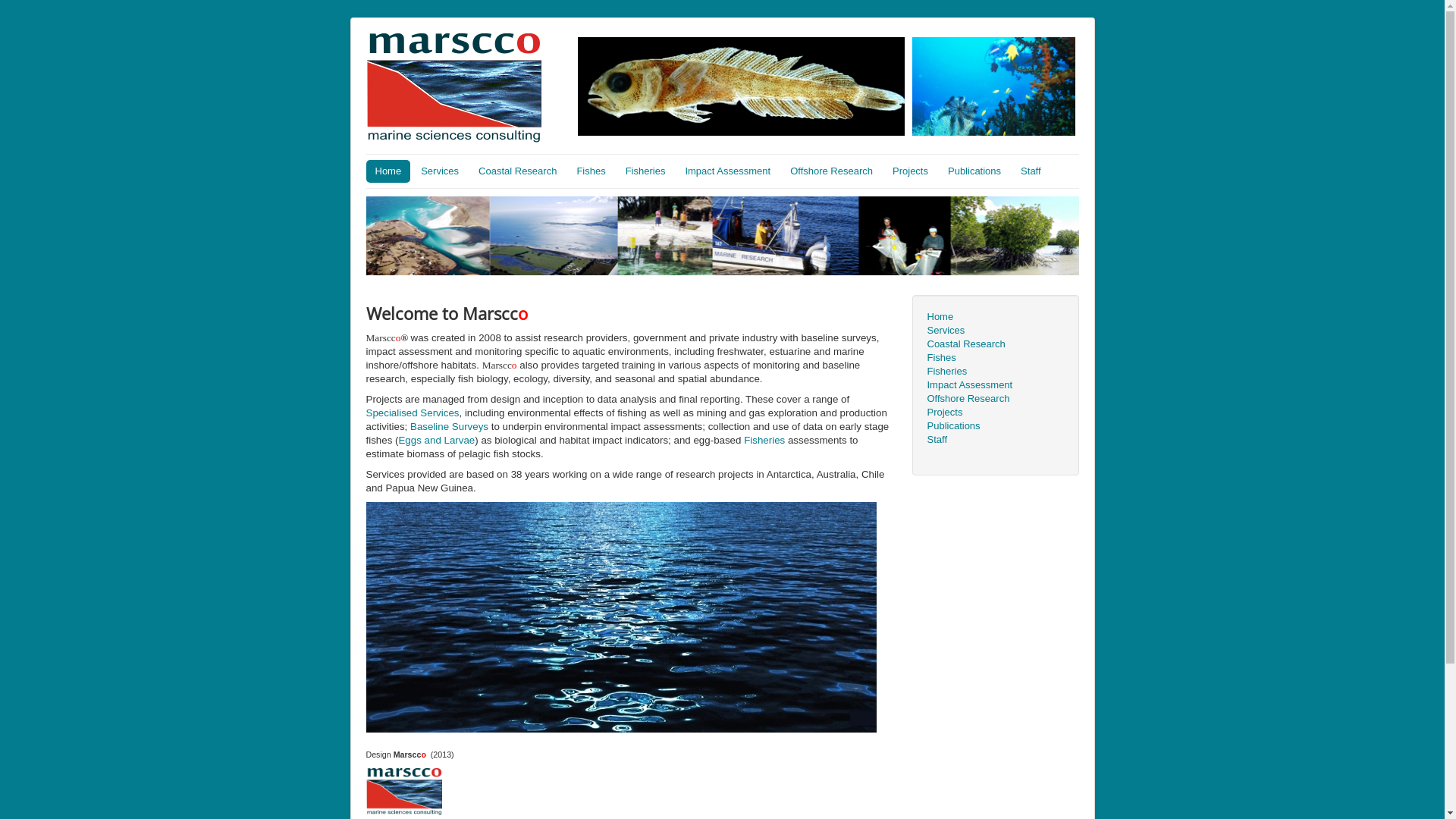 The width and height of the screenshot is (1456, 819). What do you see at coordinates (974, 171) in the screenshot?
I see `'Publications'` at bounding box center [974, 171].